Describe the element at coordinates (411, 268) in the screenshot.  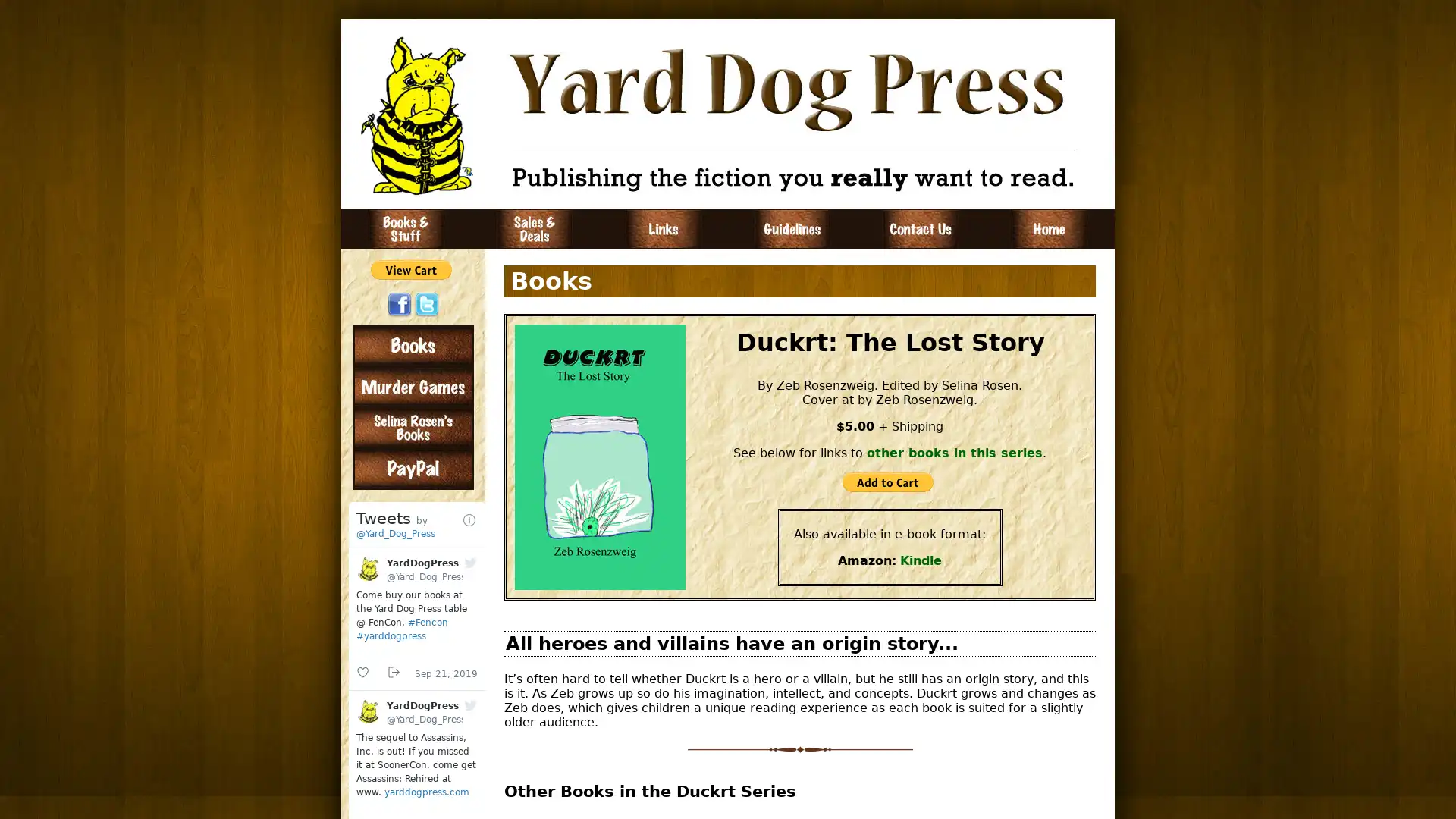
I see `PayPal - The safer, easier way to pay online` at that location.